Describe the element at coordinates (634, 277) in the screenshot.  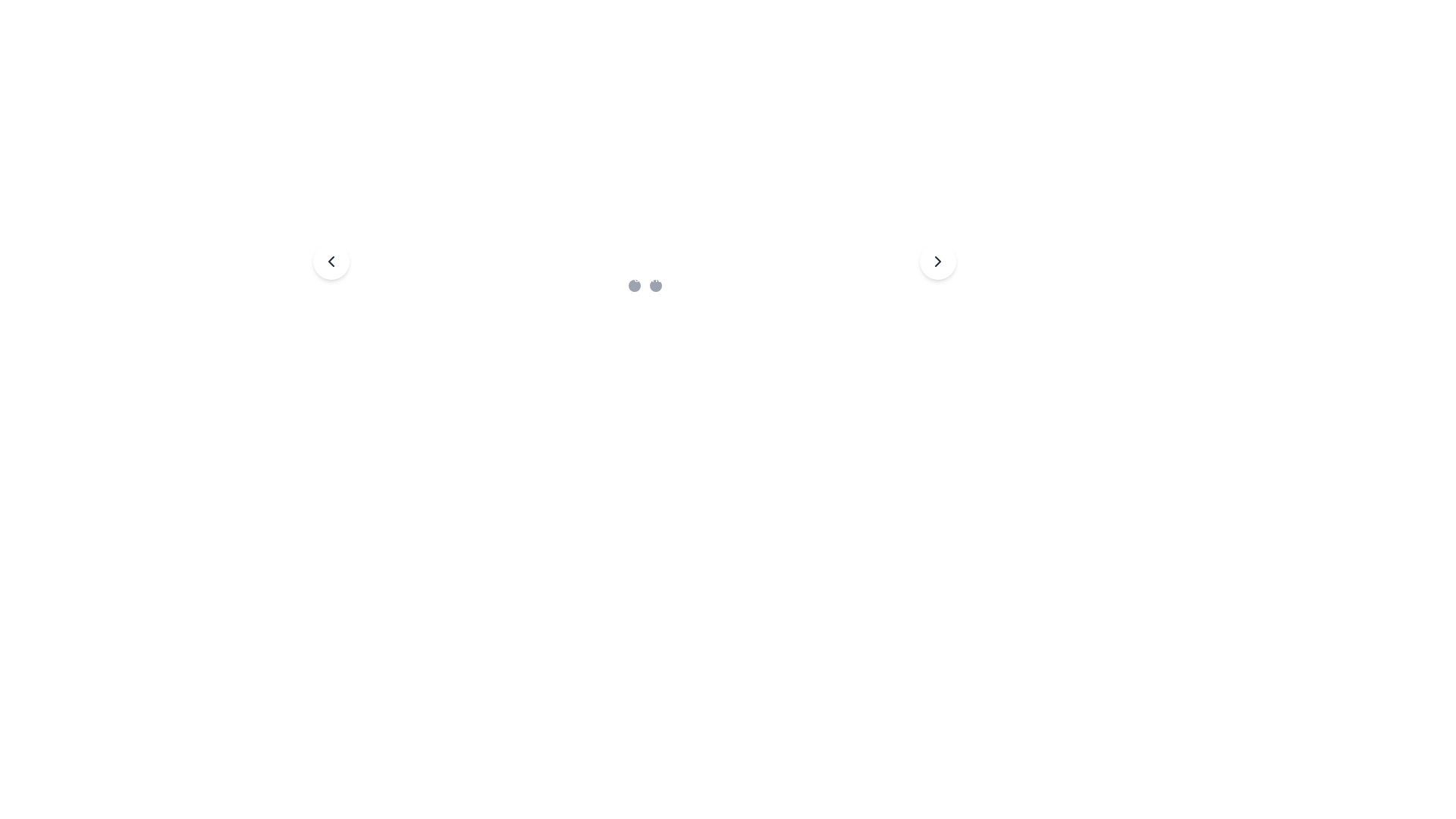
I see `the middle circular navigation indicator` at that location.